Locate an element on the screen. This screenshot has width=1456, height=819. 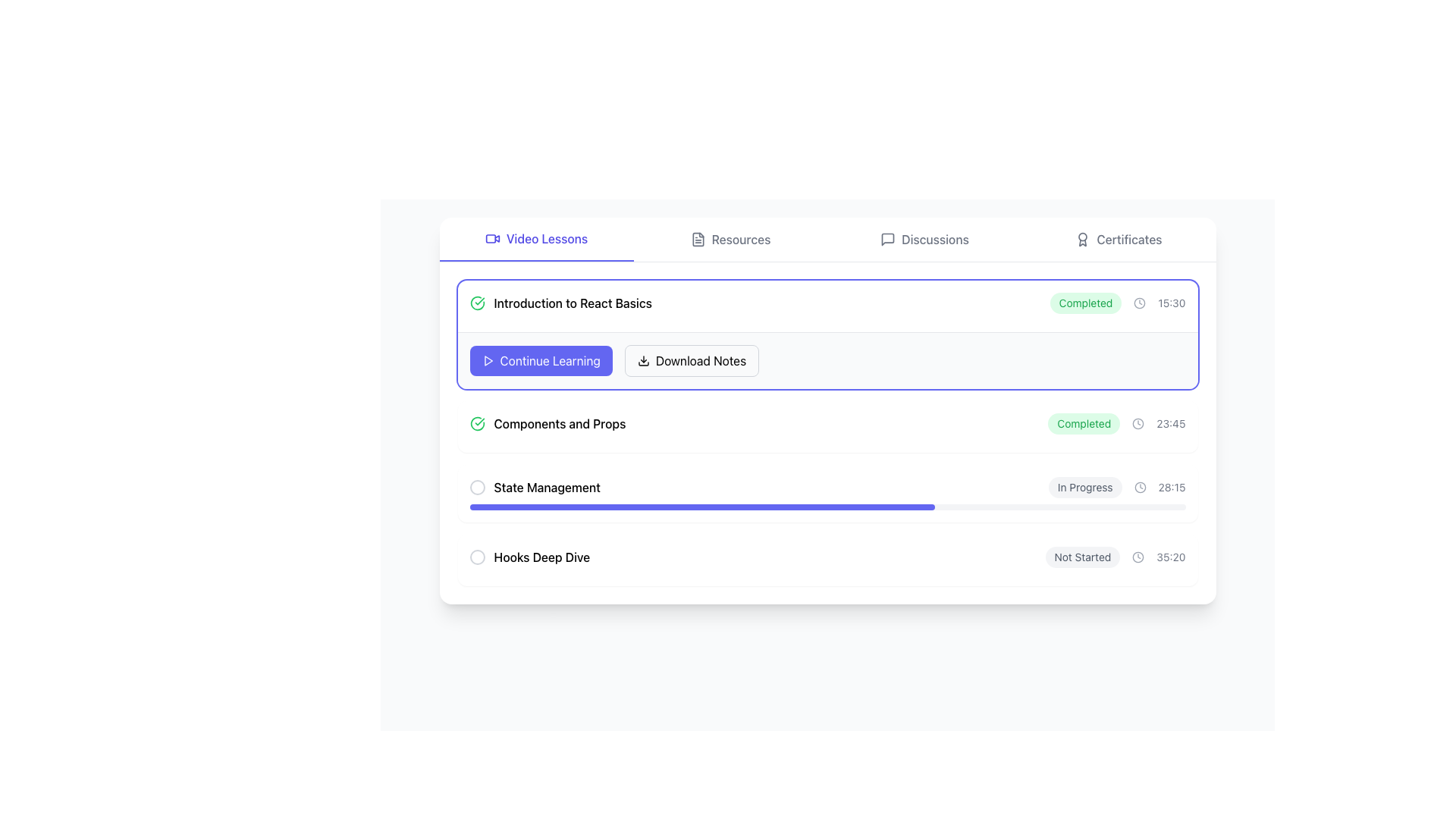
the inner rectangle of the video camera icon located in the top navigation bar is located at coordinates (491, 239).